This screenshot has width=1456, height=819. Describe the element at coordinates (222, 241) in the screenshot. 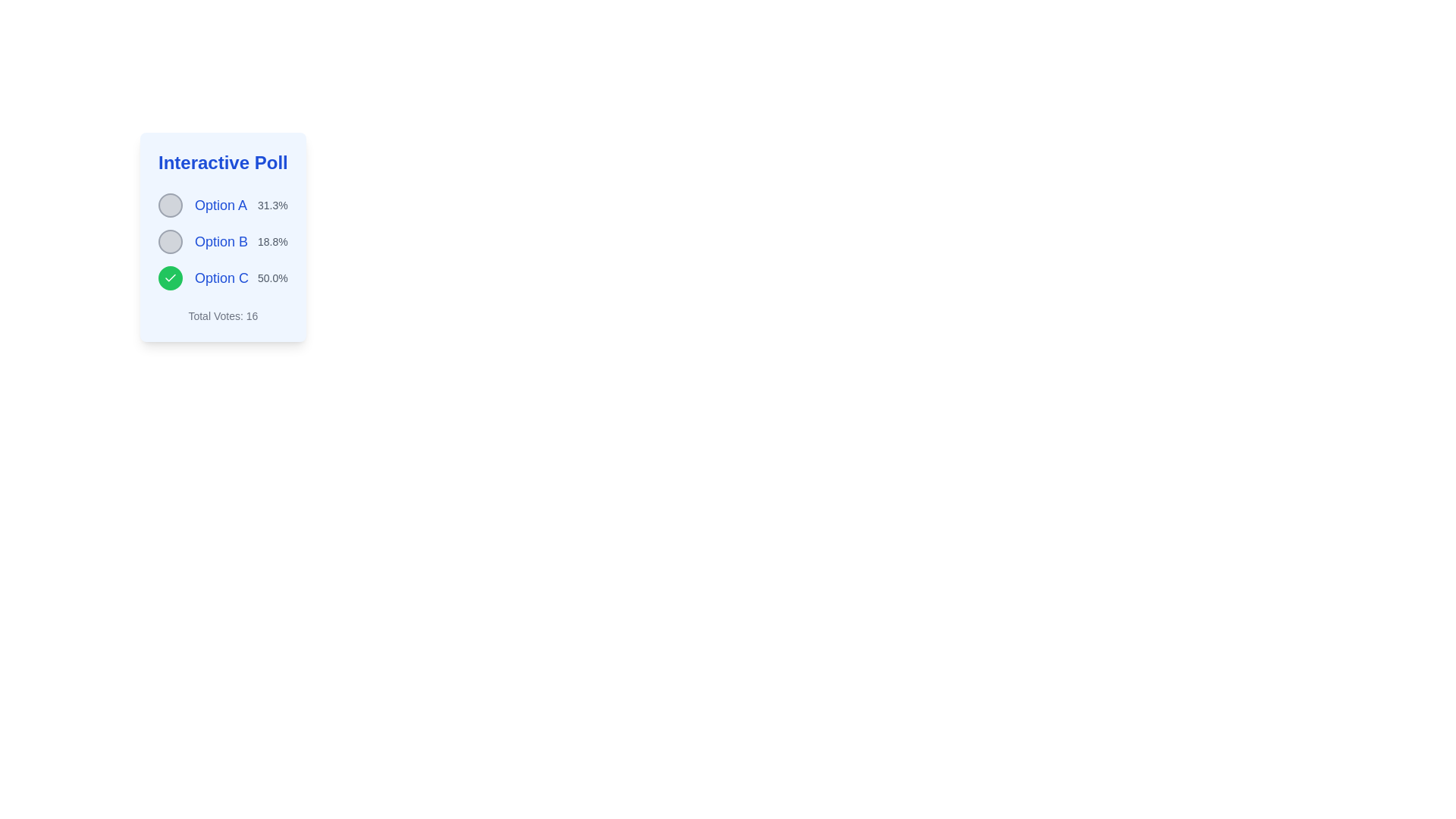

I see `information displayed in the Poll Option Display for 'Option B' which includes the label and percentage value` at that location.